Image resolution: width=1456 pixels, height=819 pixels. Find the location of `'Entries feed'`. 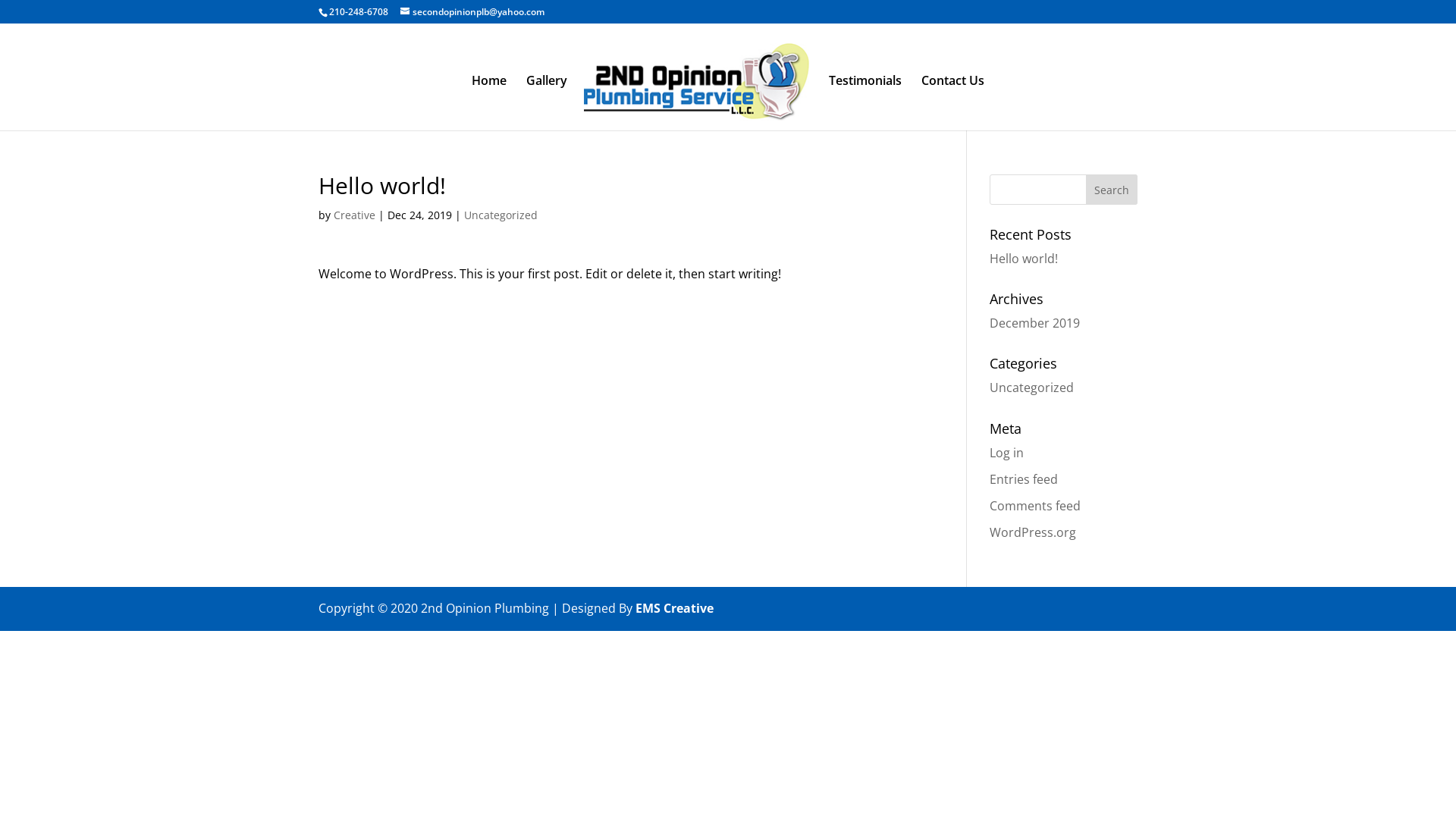

'Entries feed' is located at coordinates (1023, 479).